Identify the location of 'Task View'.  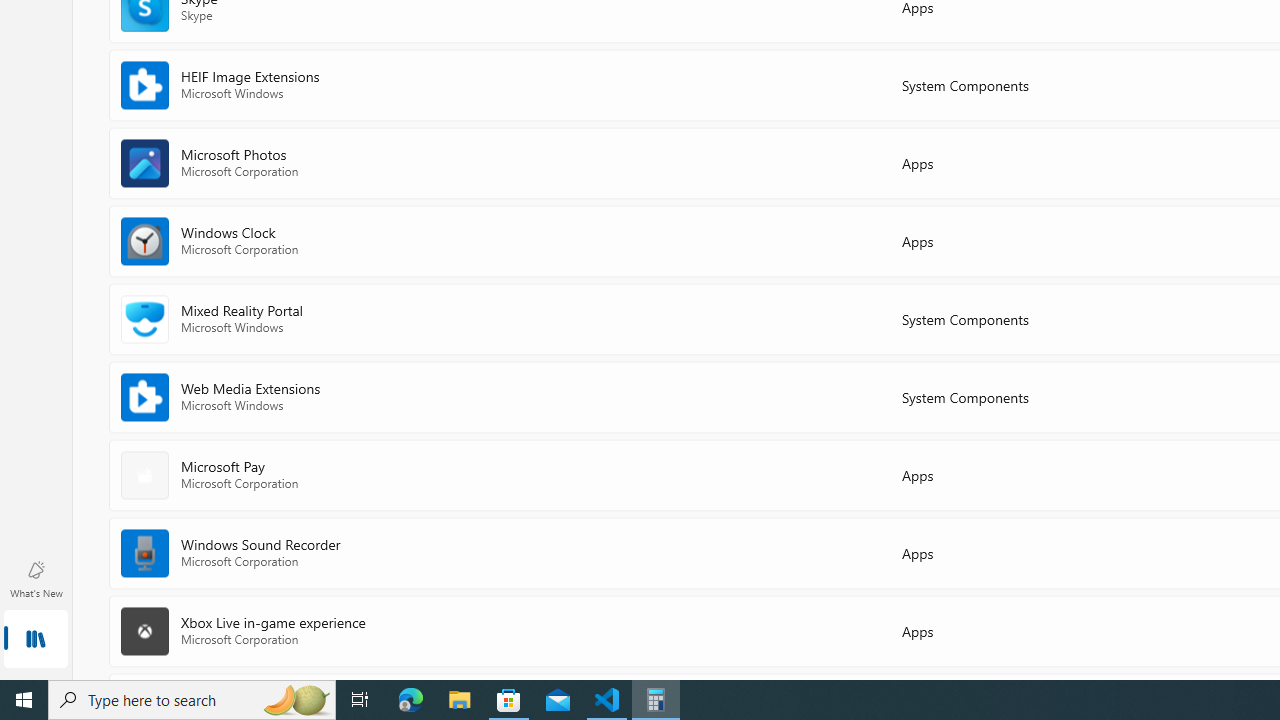
(359, 698).